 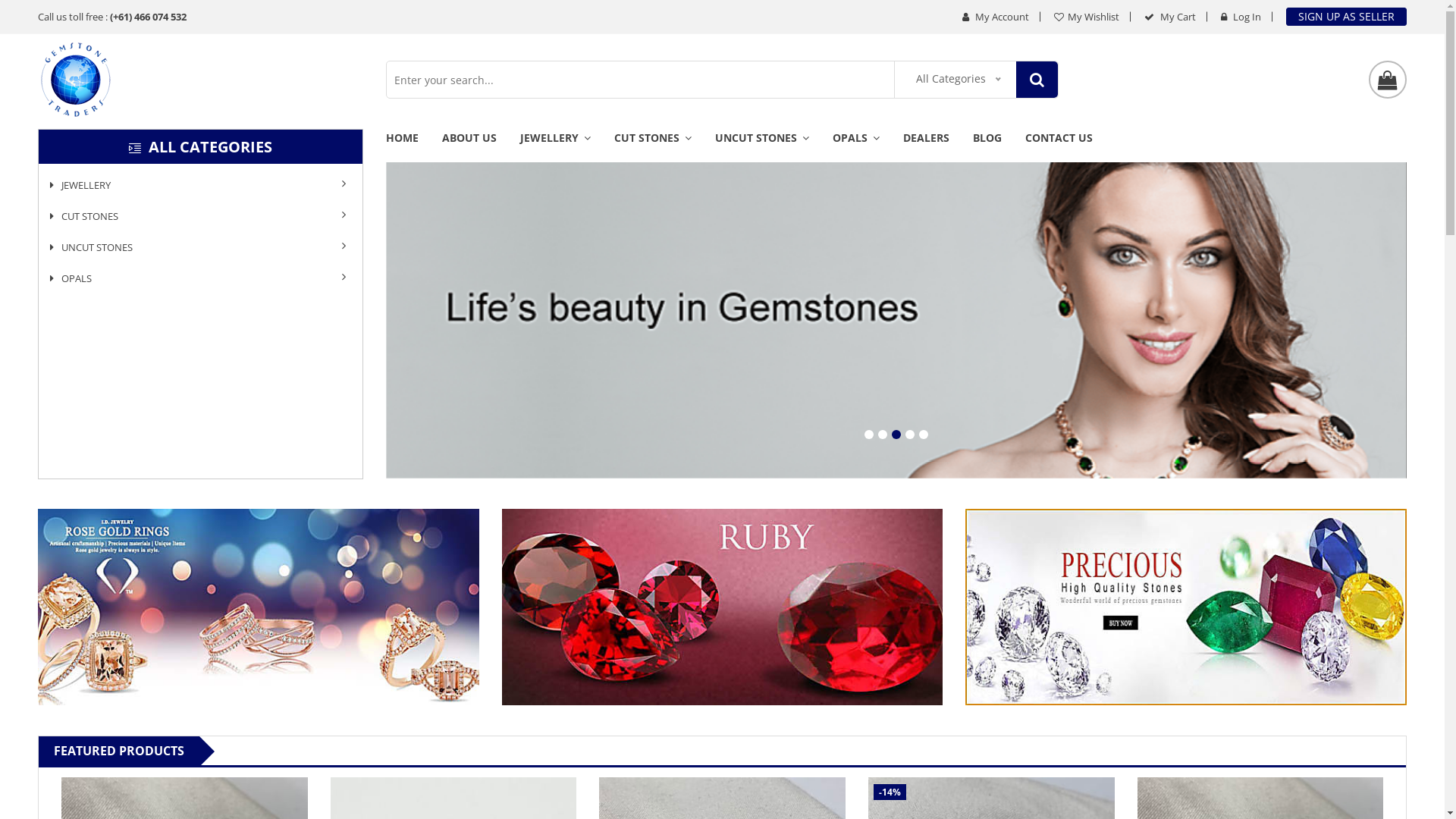 What do you see at coordinates (925, 146) in the screenshot?
I see `'DEALERS'` at bounding box center [925, 146].